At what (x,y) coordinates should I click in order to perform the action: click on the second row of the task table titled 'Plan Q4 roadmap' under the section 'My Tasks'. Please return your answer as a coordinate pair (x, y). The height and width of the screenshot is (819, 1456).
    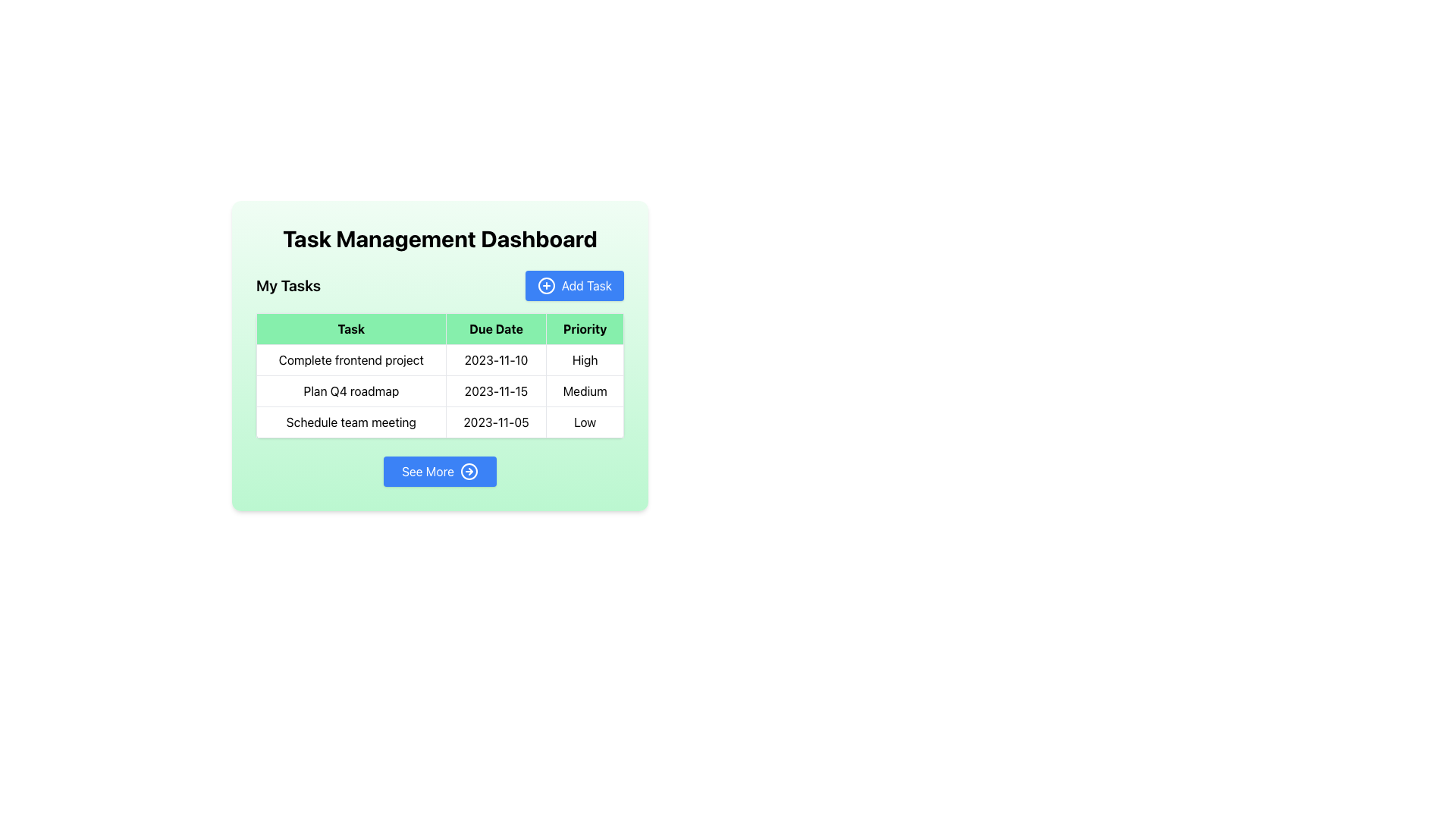
    Looking at the image, I should click on (439, 391).